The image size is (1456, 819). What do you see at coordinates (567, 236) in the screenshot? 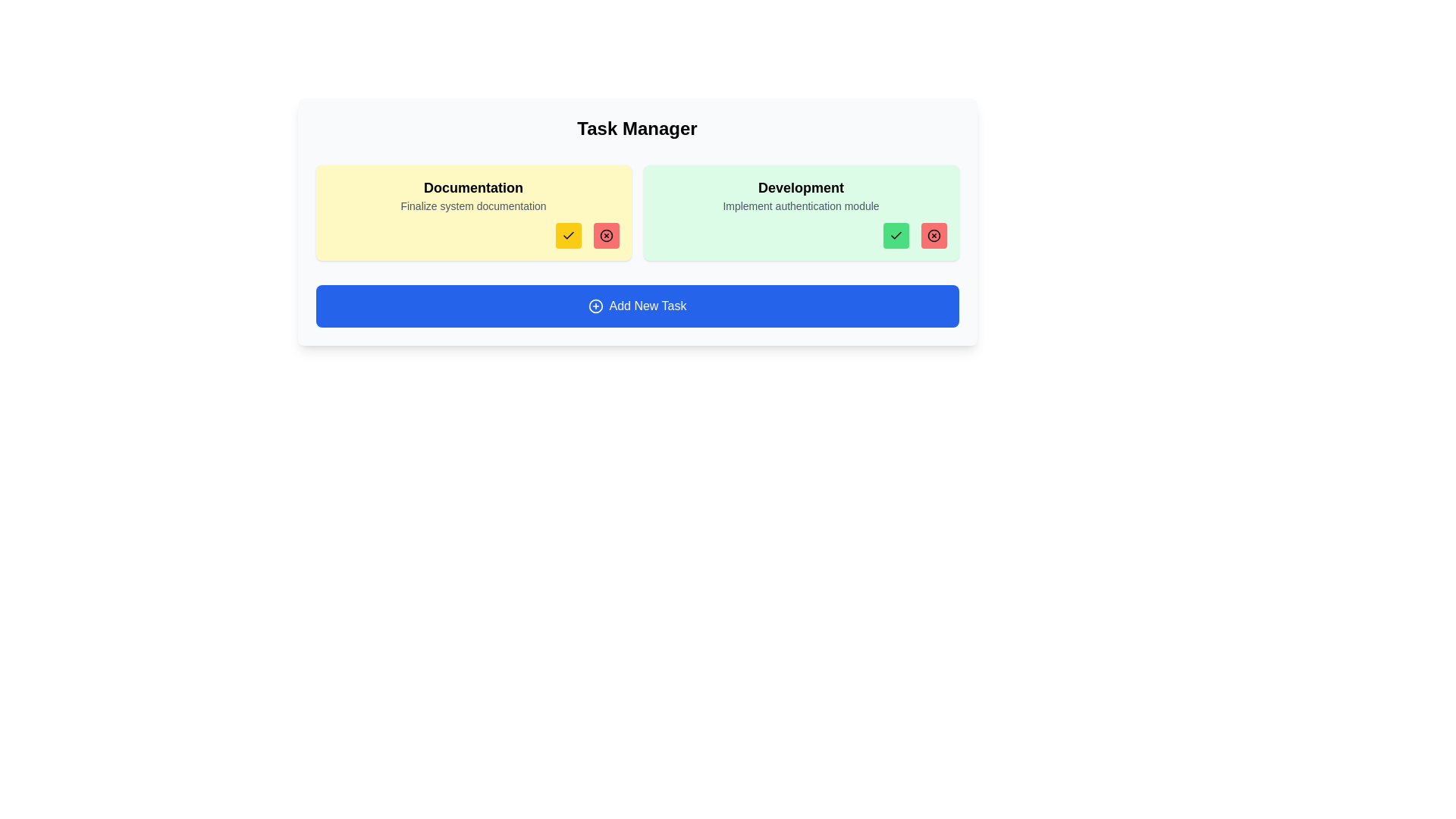
I see `the checkmark icon in the upper-right corner of the yellow-colored task card labeled 'Documentation'` at bounding box center [567, 236].